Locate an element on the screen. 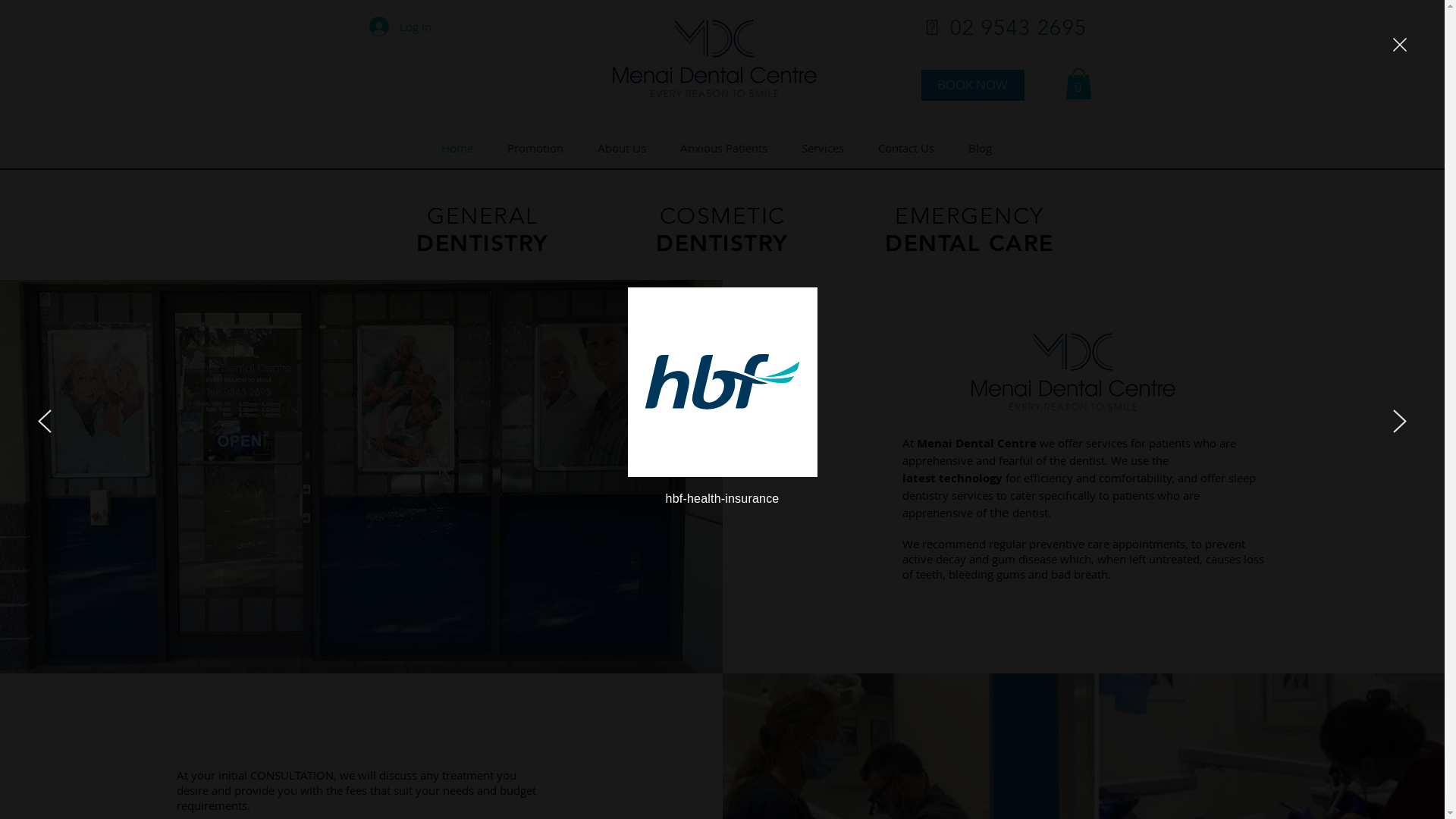 Image resolution: width=1456 pixels, height=819 pixels. 'Services' is located at coordinates (827, 147).